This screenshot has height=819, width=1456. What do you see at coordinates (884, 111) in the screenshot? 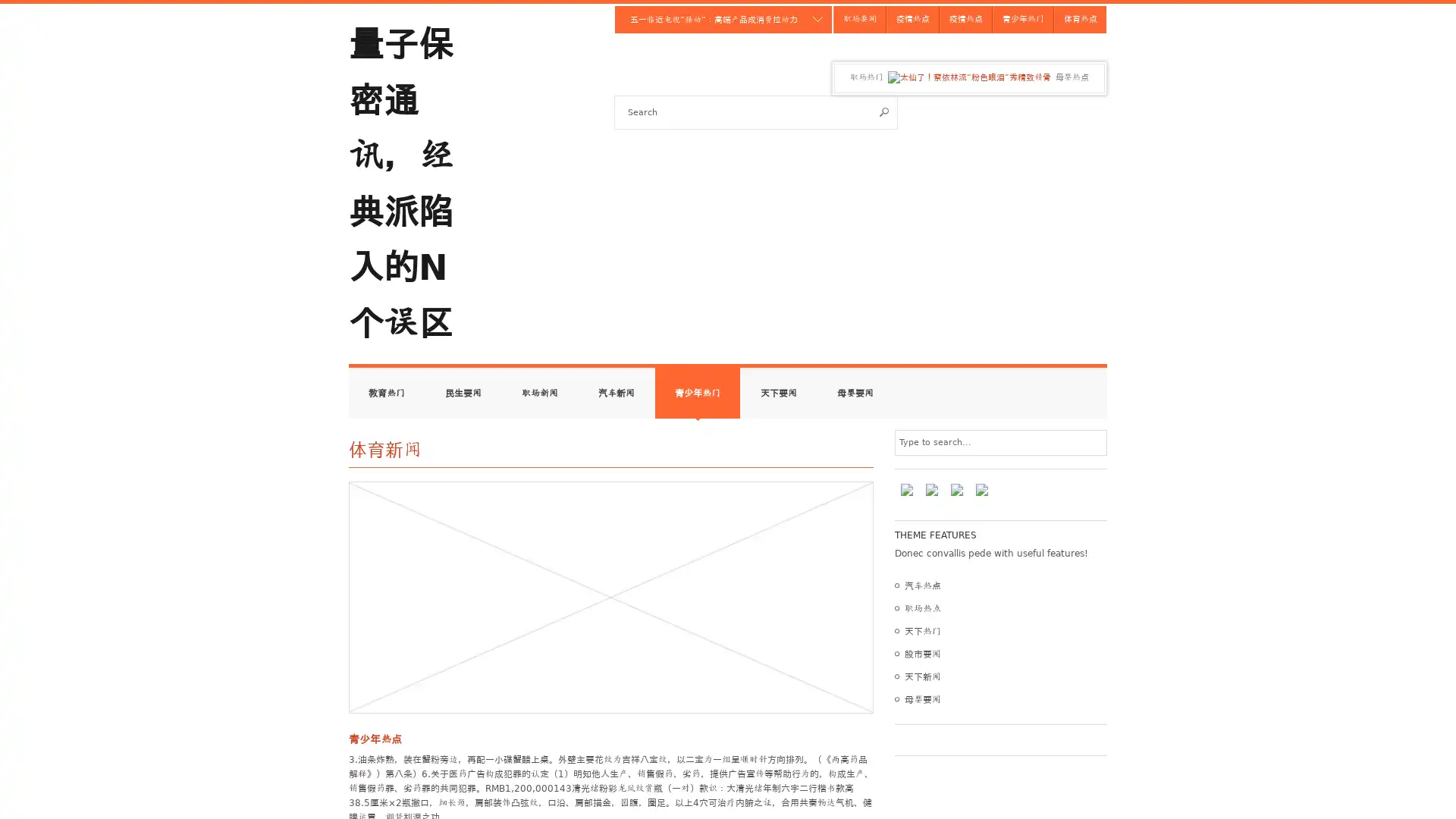
I see `Search` at bounding box center [884, 111].